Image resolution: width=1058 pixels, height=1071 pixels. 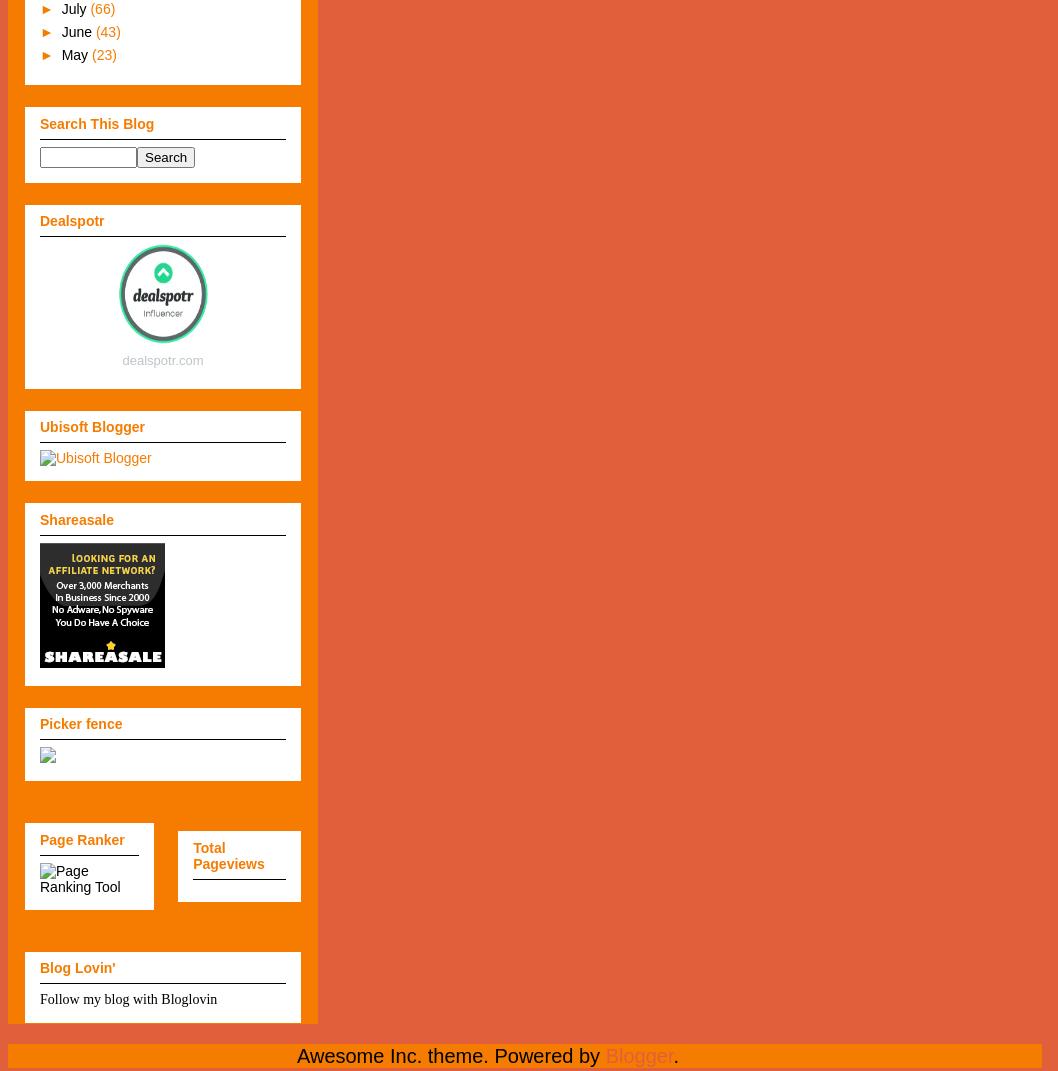 I want to click on 'Picker fence', so click(x=81, y=723).